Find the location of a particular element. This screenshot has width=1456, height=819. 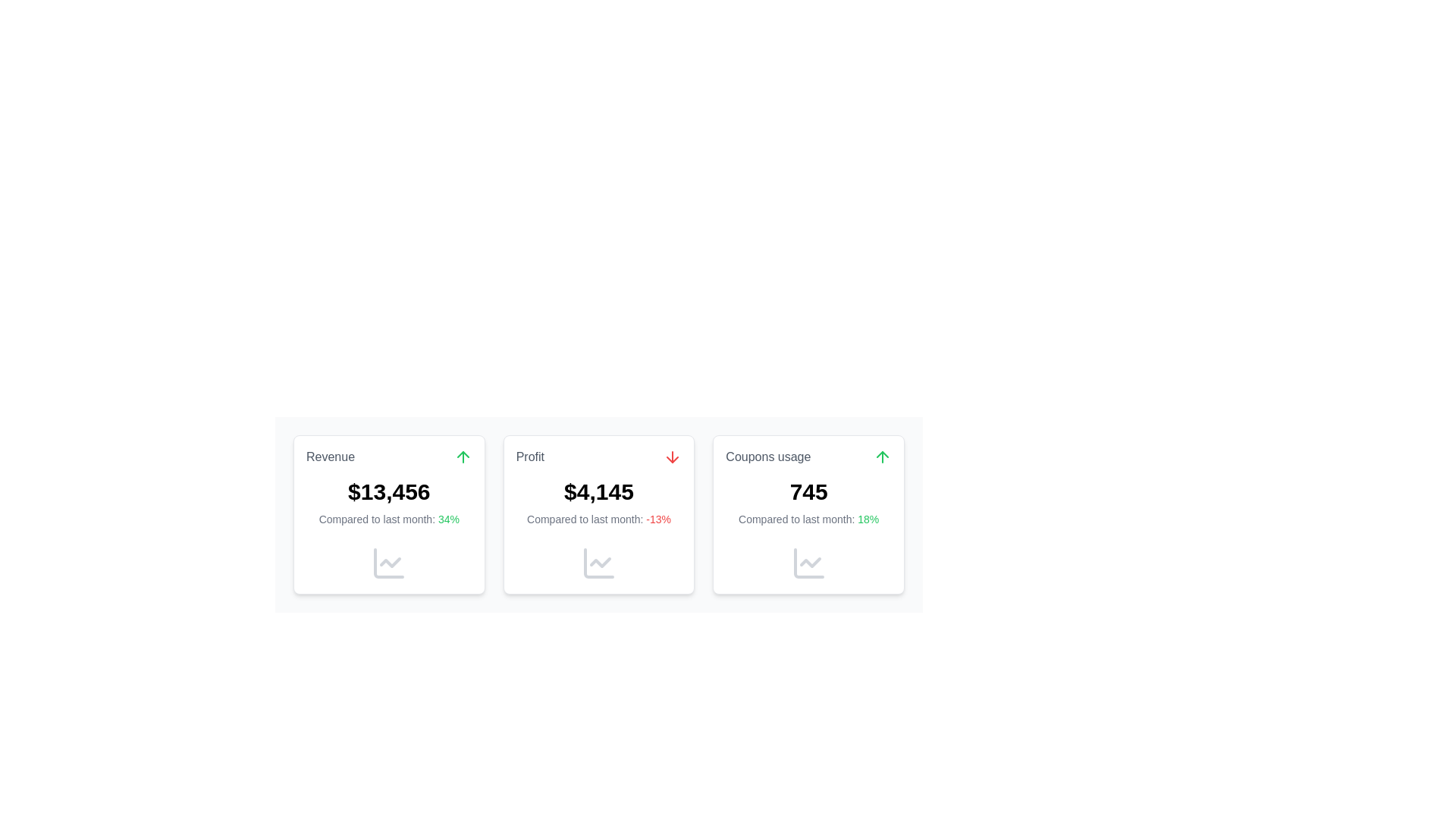

the green upward-pointing arrow icon located in the top-right corner of the 'Revenue' card, which indicates a positive increase in revenue is located at coordinates (462, 456).